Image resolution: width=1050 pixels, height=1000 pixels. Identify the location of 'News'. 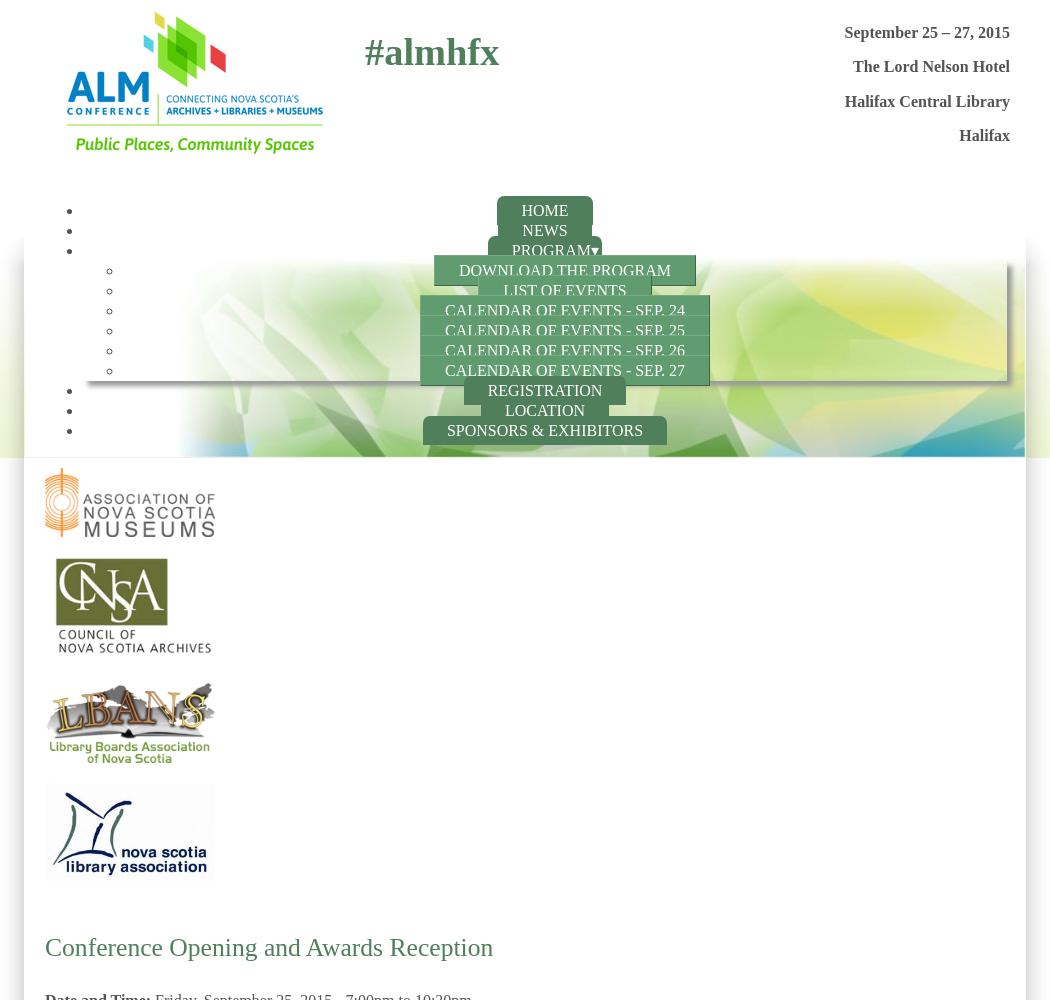
(544, 229).